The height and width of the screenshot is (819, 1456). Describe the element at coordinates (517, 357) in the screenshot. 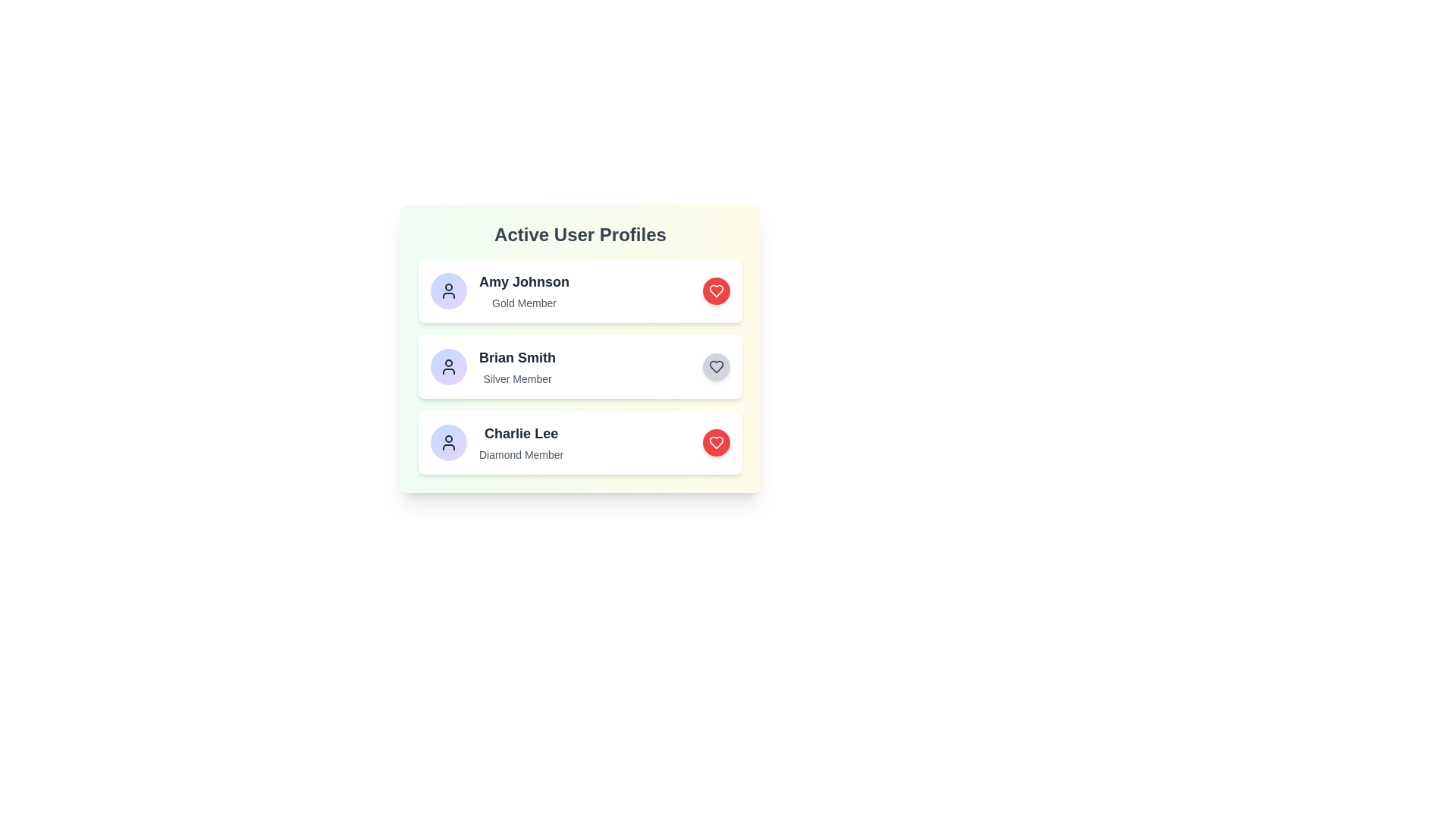

I see `the Static Text Label displaying 'Brian Smith' in the user profile card located in the second row of the list` at that location.